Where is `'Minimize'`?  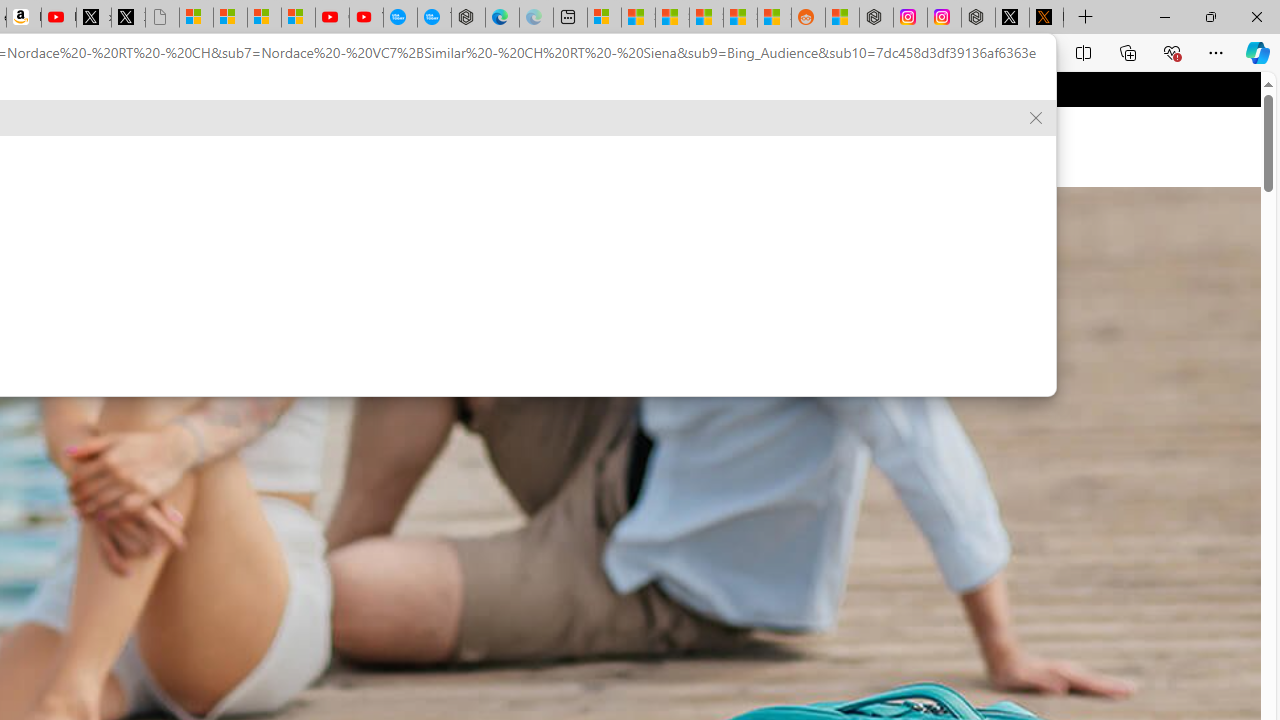 'Minimize' is located at coordinates (1164, 16).